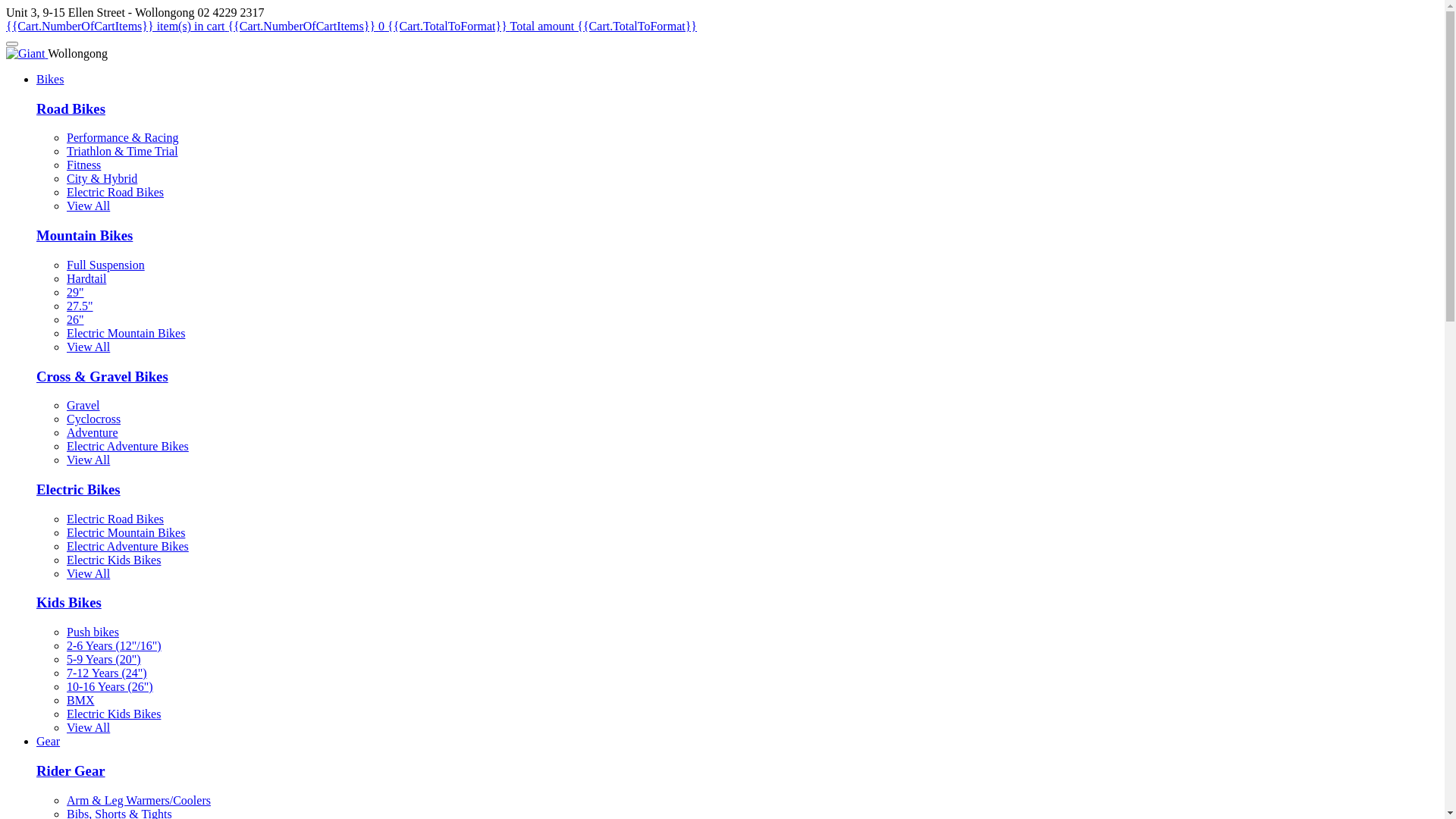 The height and width of the screenshot is (819, 1456). What do you see at coordinates (105, 672) in the screenshot?
I see `'7-12 Years (24")'` at bounding box center [105, 672].